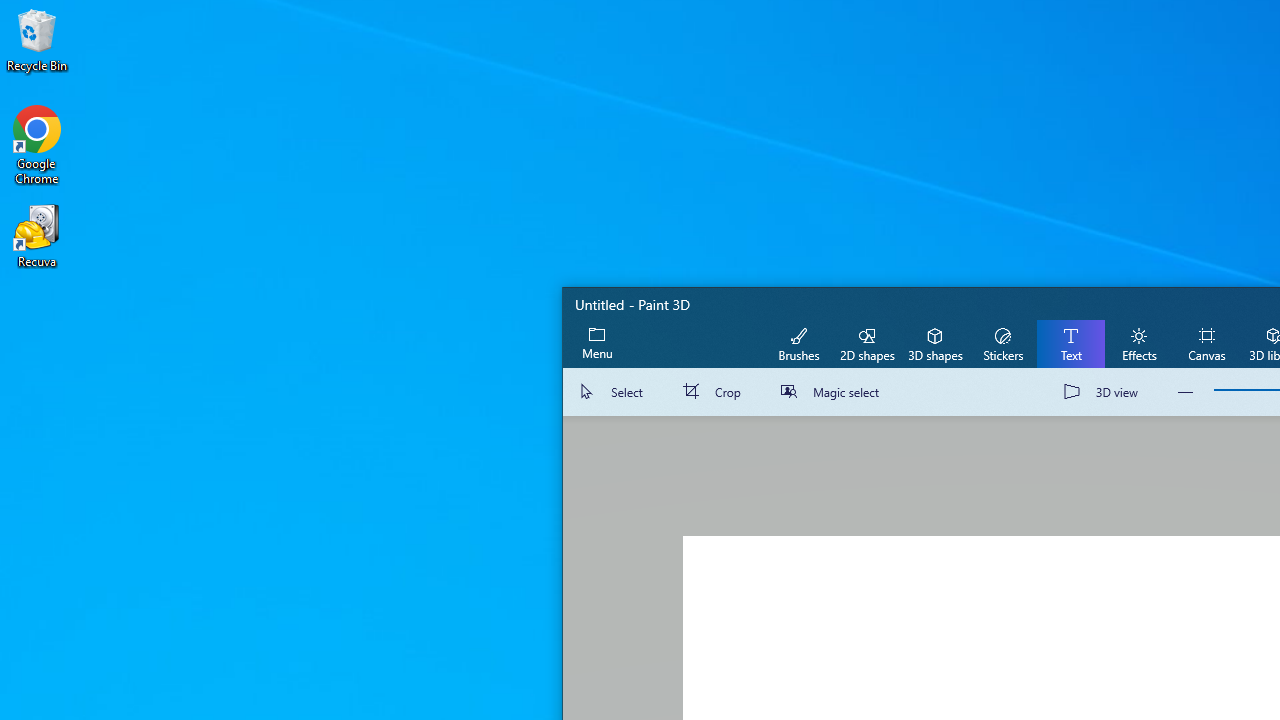  Describe the element at coordinates (596, 342) in the screenshot. I see `'Expand menu'` at that location.